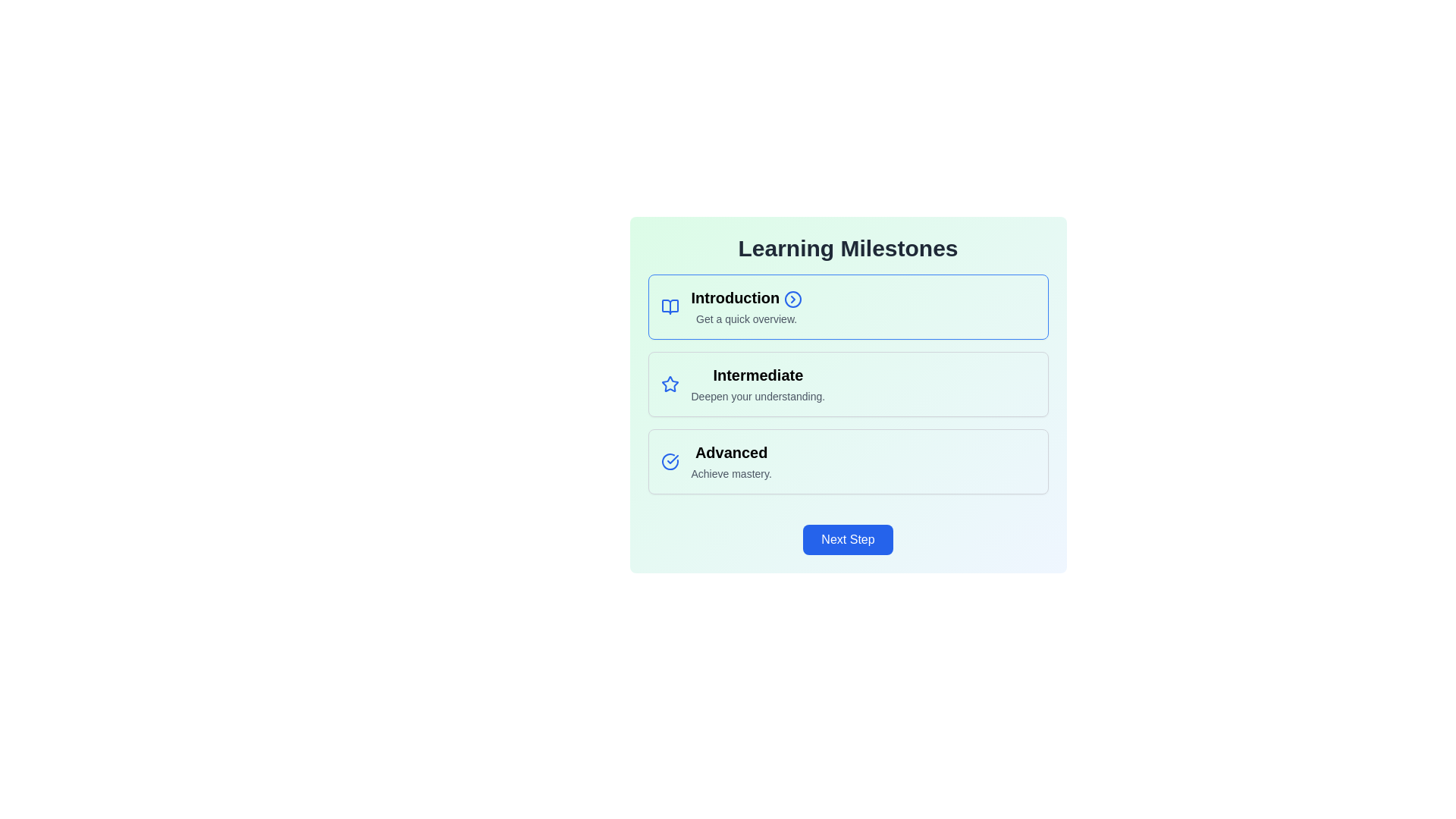 The width and height of the screenshot is (1456, 819). Describe the element at coordinates (746, 307) in the screenshot. I see `the title 'Introduction' of the Informational Card, which is the uppermost card in a vertical stack` at that location.